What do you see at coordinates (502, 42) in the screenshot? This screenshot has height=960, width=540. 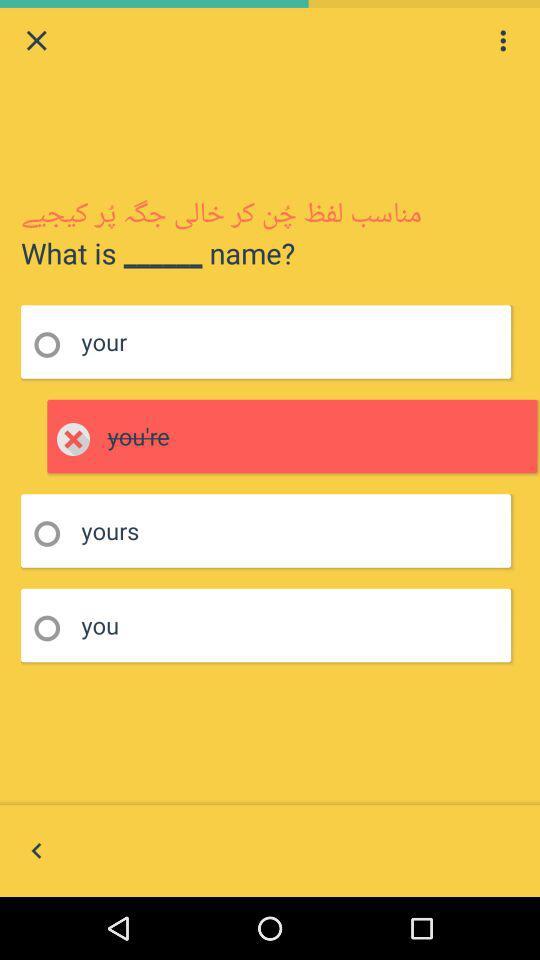 I see `the more icon` at bounding box center [502, 42].